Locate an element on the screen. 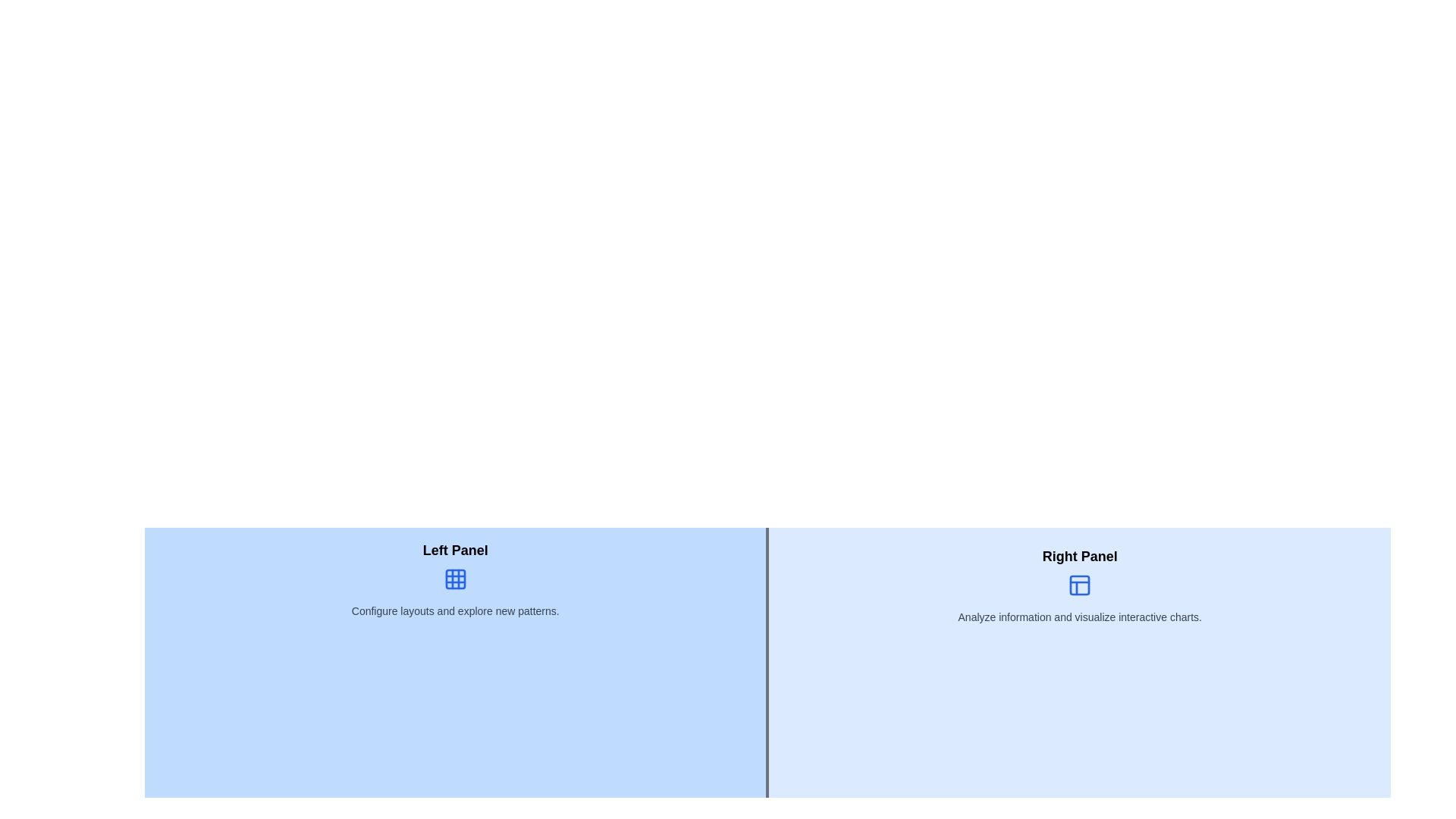 The image size is (1456, 819). the blue icon styled component located in the 'Right Panel' section, positioned below the 'Right Panel' label and above the description text is located at coordinates (1079, 584).